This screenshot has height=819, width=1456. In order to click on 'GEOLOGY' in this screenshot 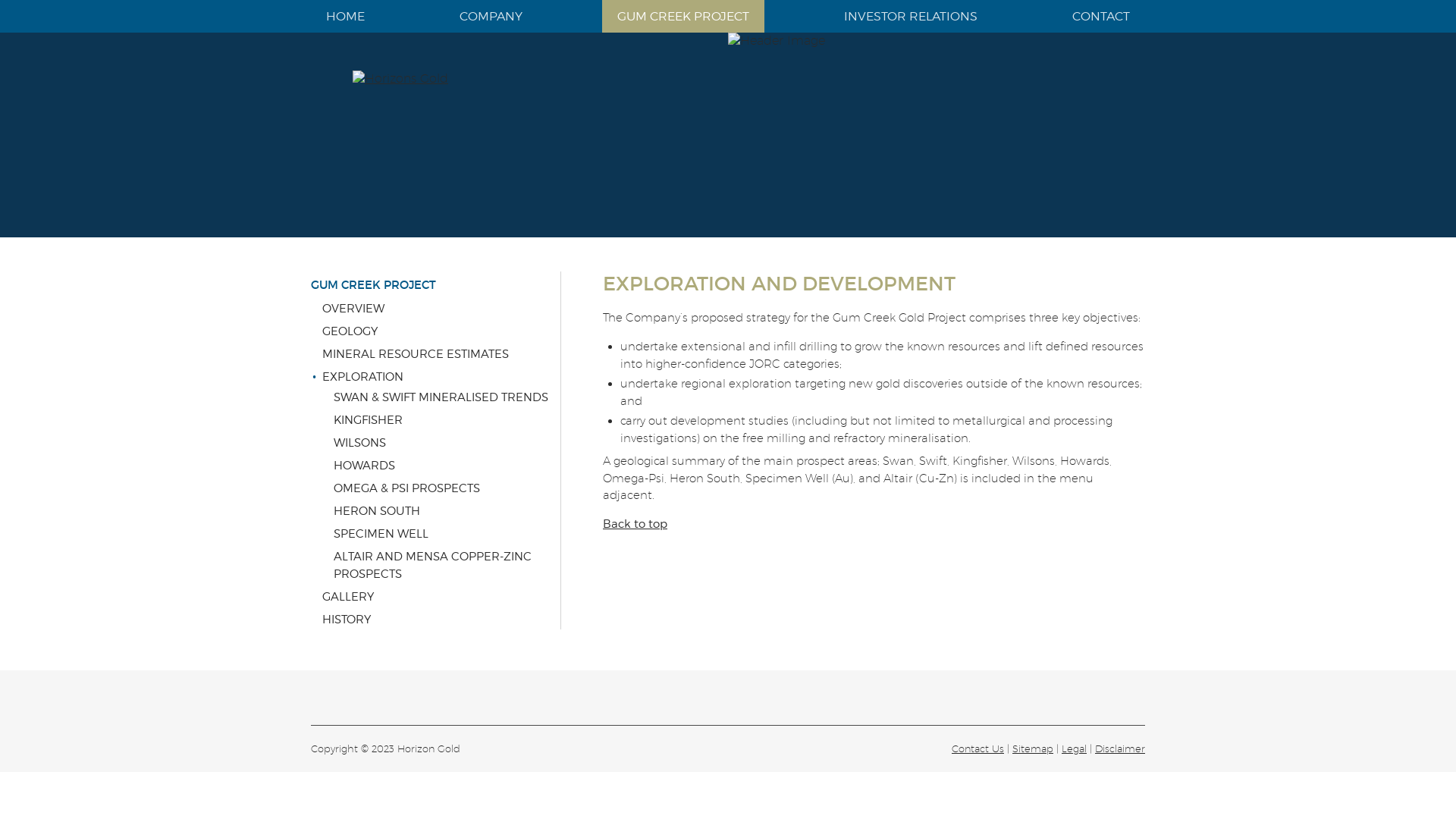, I will do `click(440, 330)`.